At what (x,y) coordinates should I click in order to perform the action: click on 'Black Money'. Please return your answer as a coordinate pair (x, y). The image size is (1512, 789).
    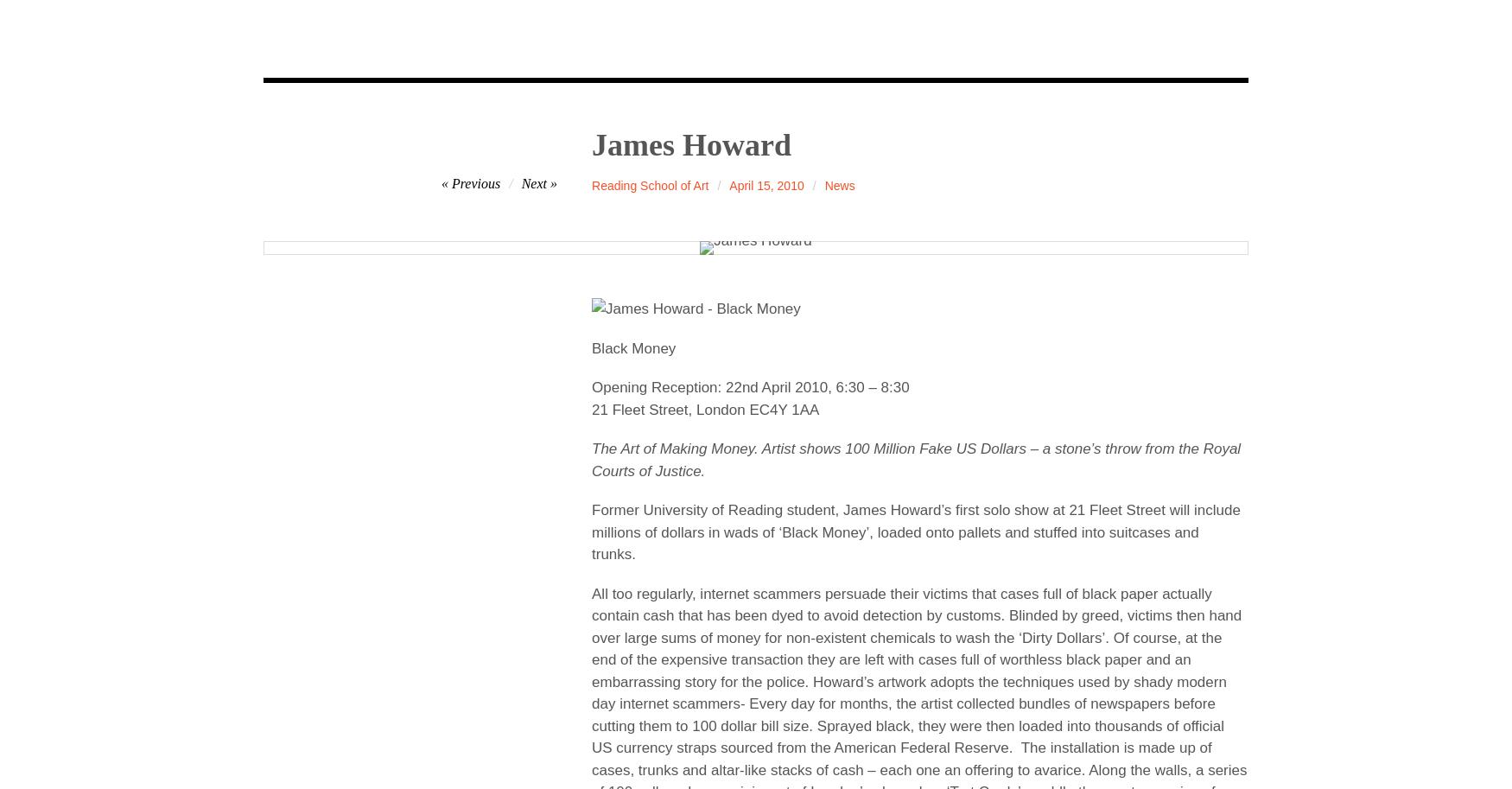
    Looking at the image, I should click on (633, 347).